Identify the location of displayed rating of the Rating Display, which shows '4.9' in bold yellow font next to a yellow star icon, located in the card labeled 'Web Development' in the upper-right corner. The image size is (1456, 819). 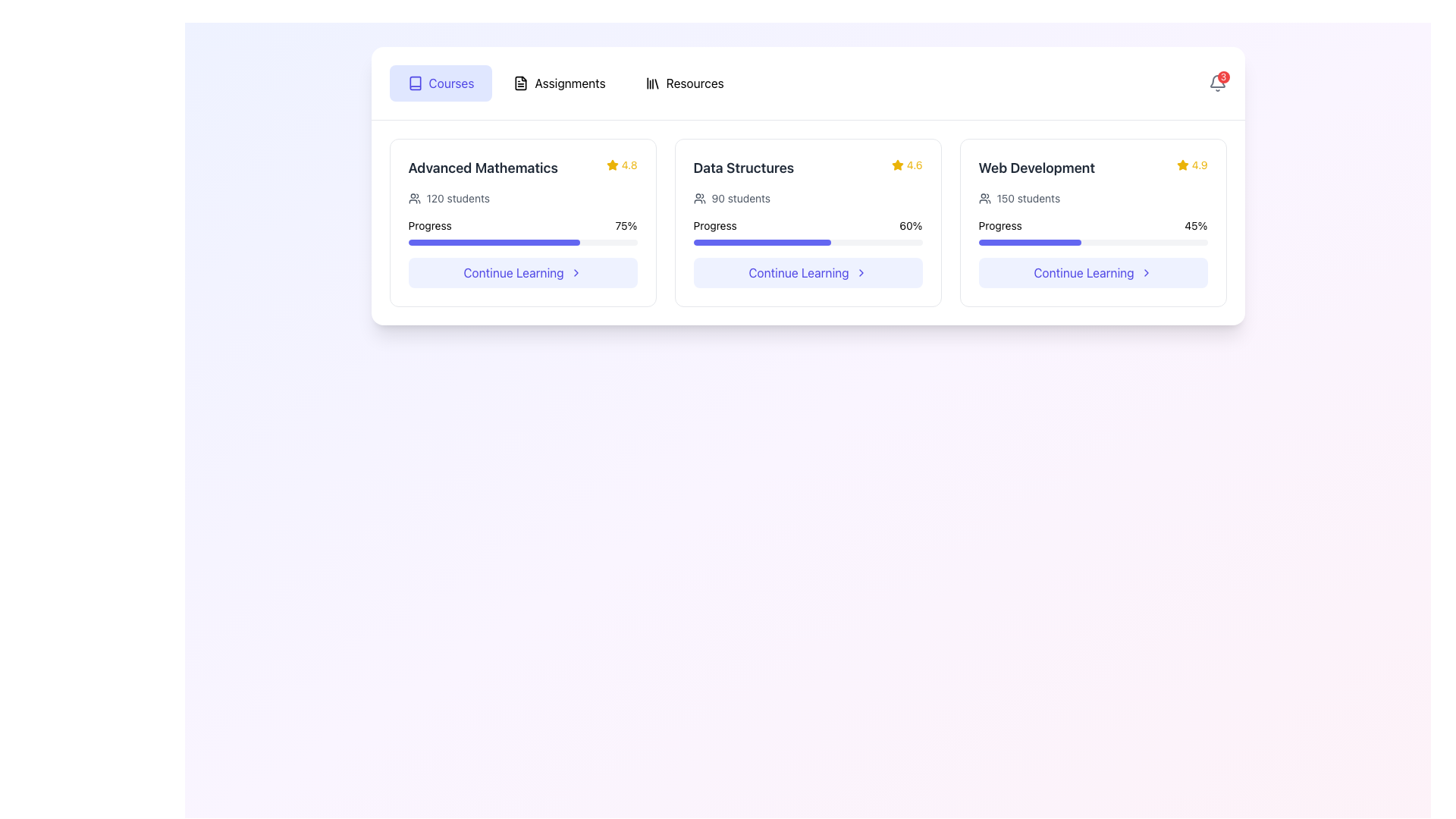
(1191, 165).